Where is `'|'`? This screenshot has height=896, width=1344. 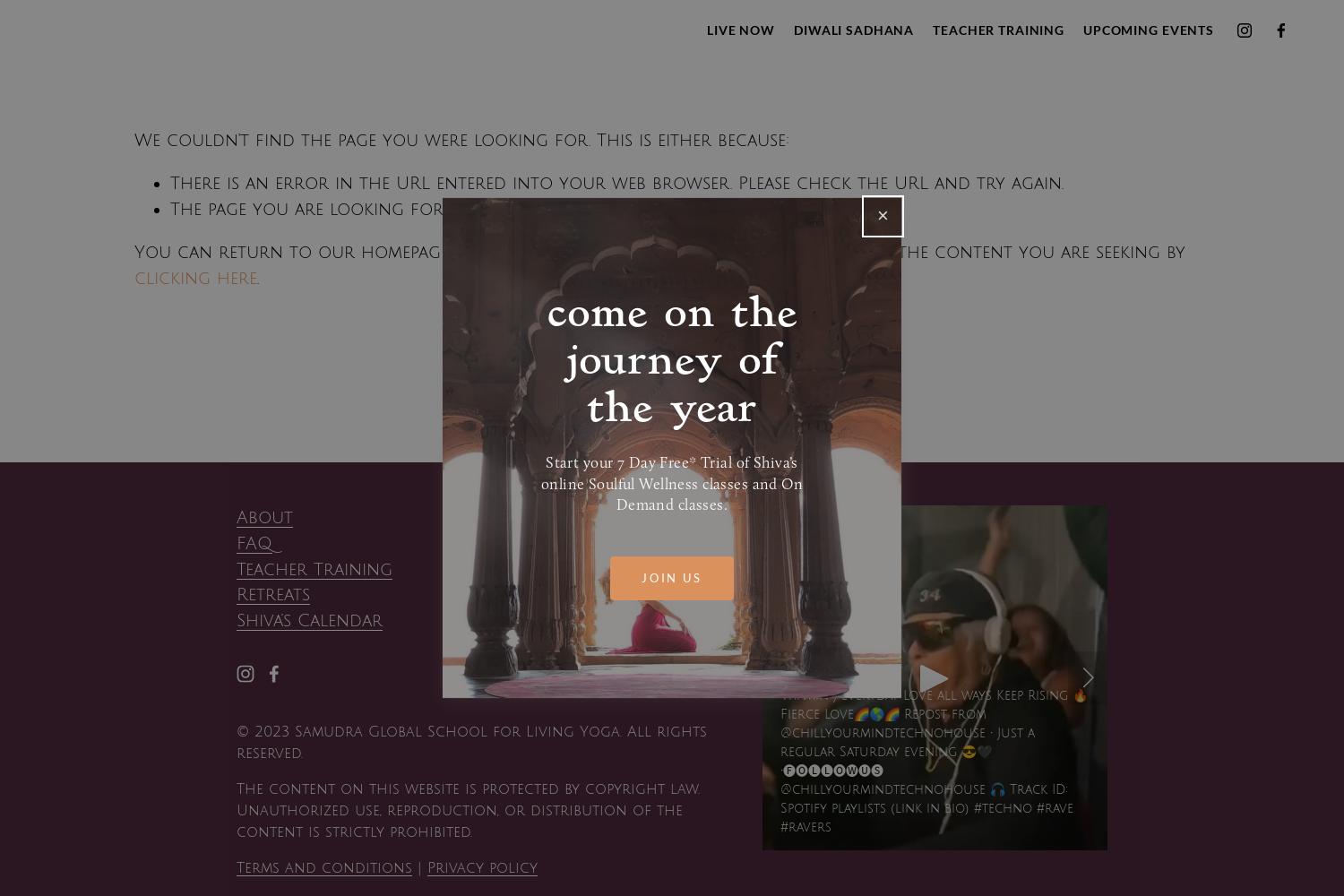 '|' is located at coordinates (418, 866).